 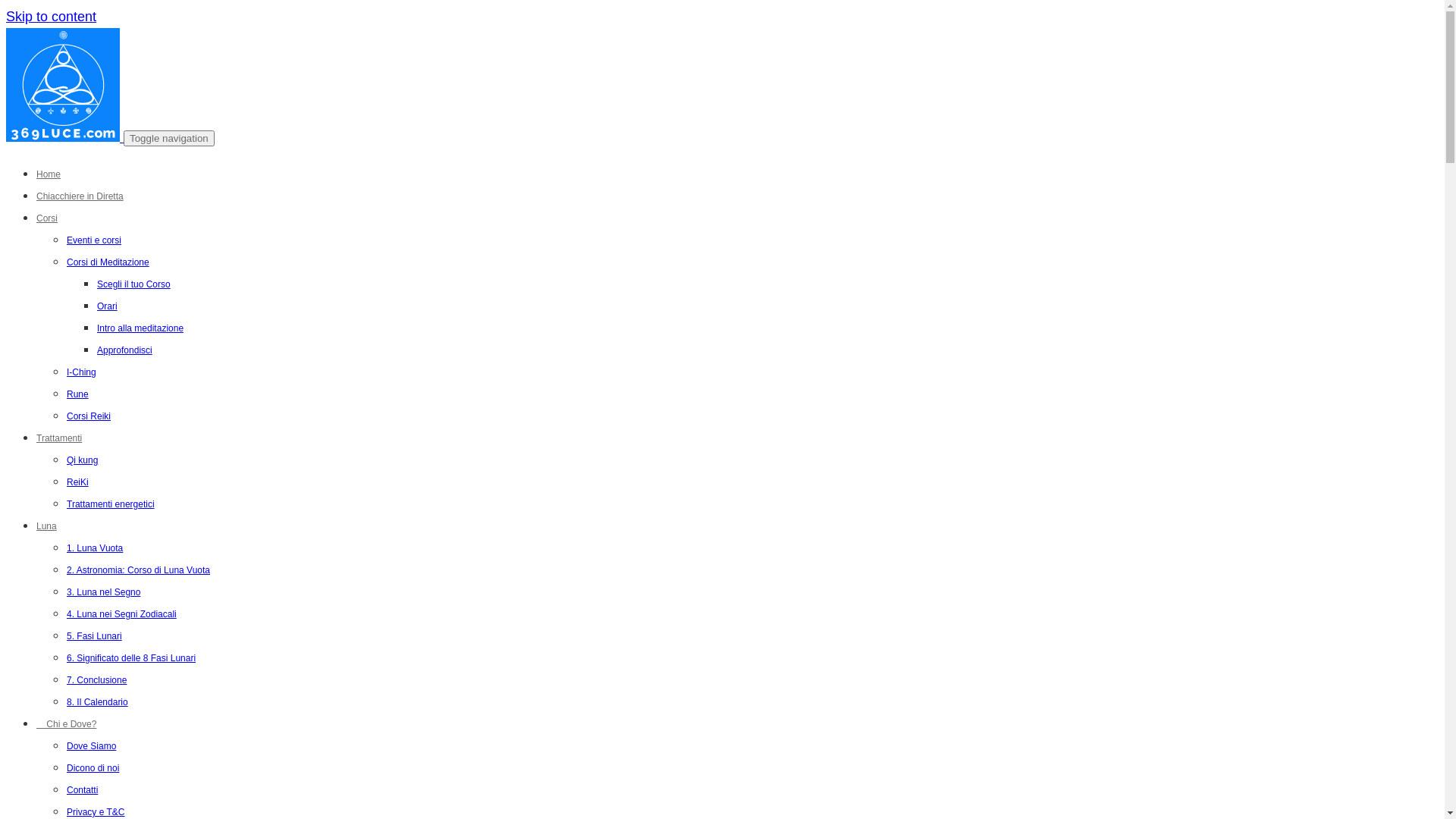 I want to click on 'Corsi di Meditazione', so click(x=107, y=262).